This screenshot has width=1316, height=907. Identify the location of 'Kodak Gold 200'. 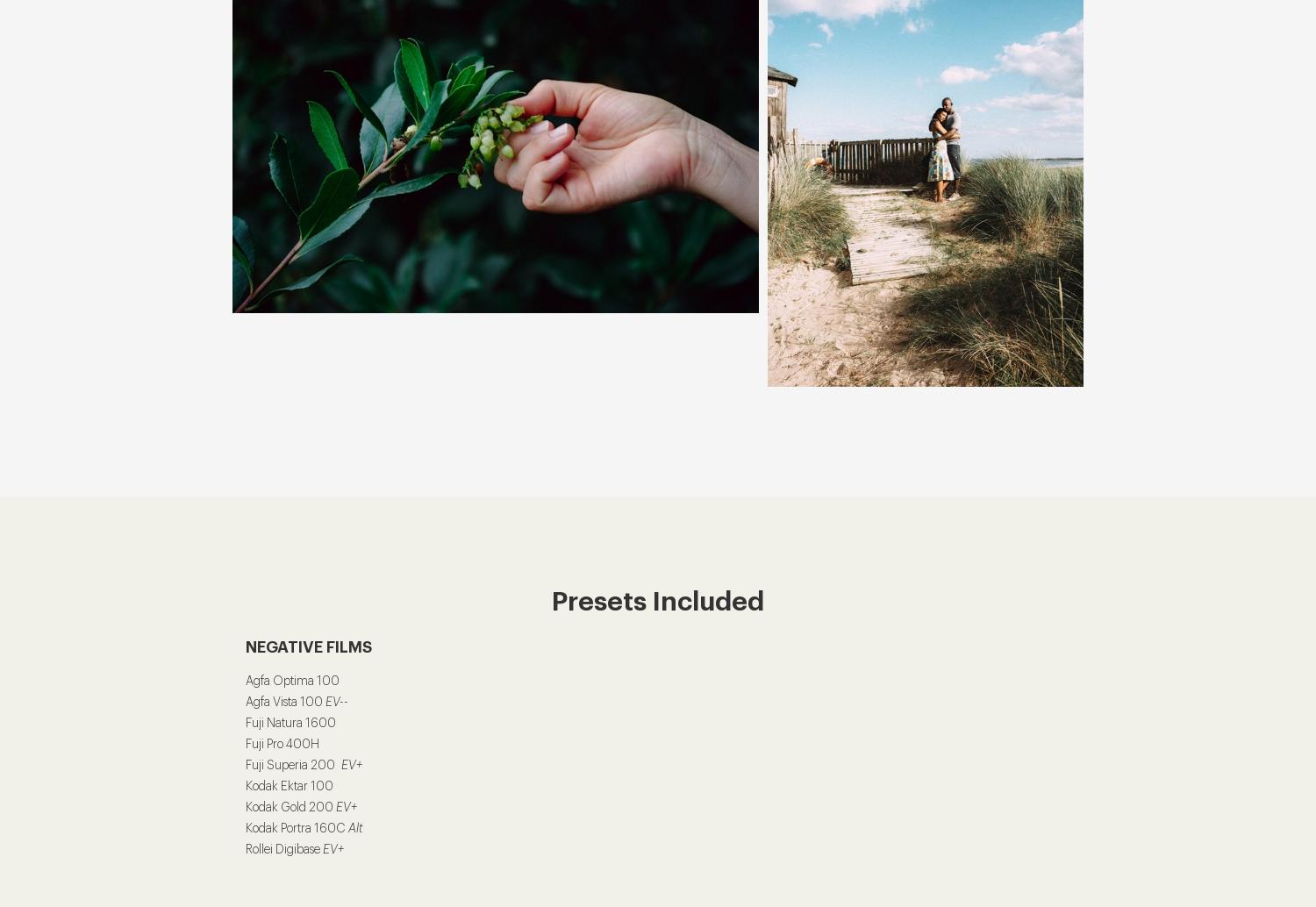
(246, 806).